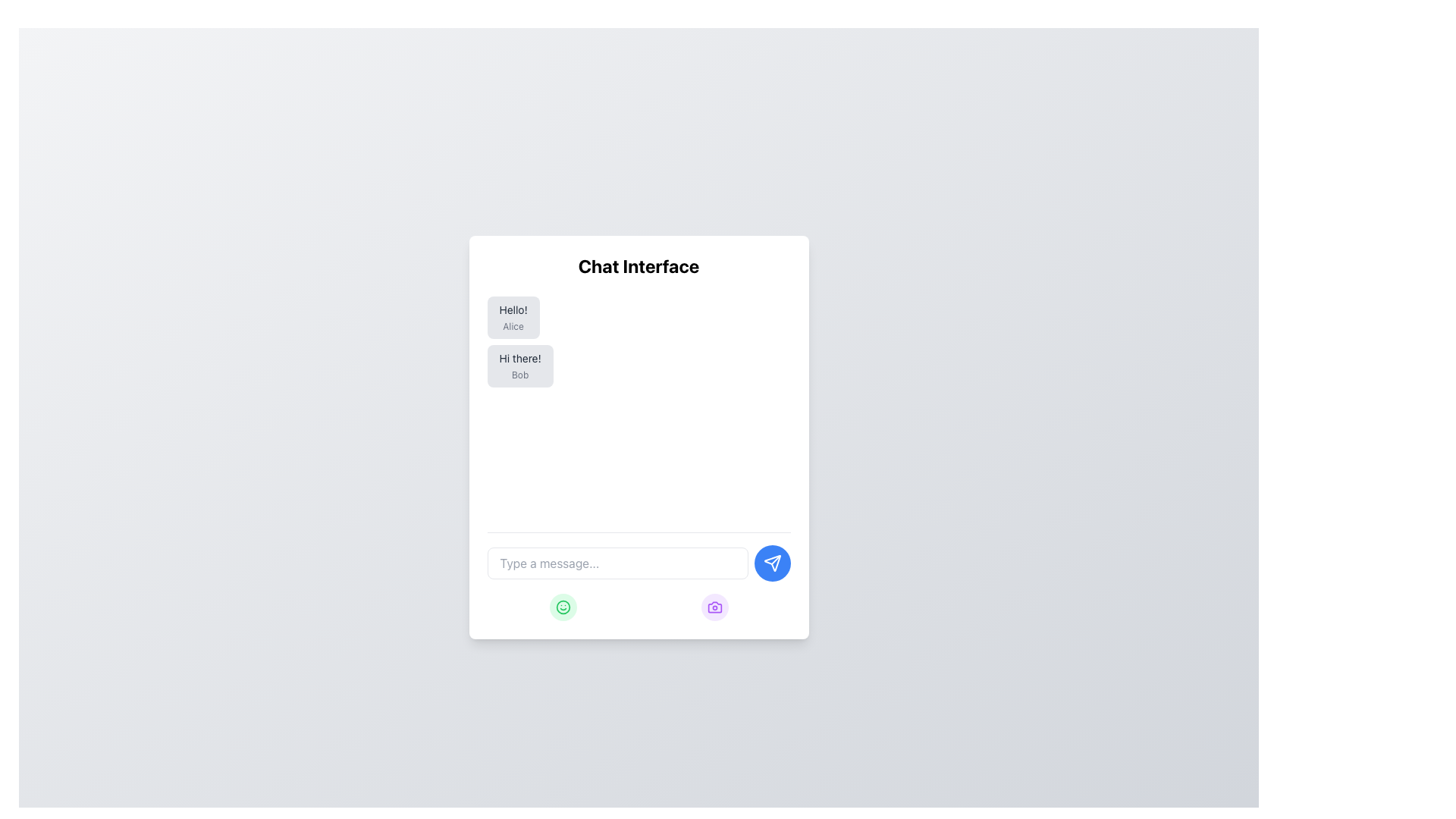  I want to click on the static text element displaying the message 'Hi there!' in a chat interface, which is styled as a sent message bubble and positioned second from the top of the message sequence, so click(520, 359).